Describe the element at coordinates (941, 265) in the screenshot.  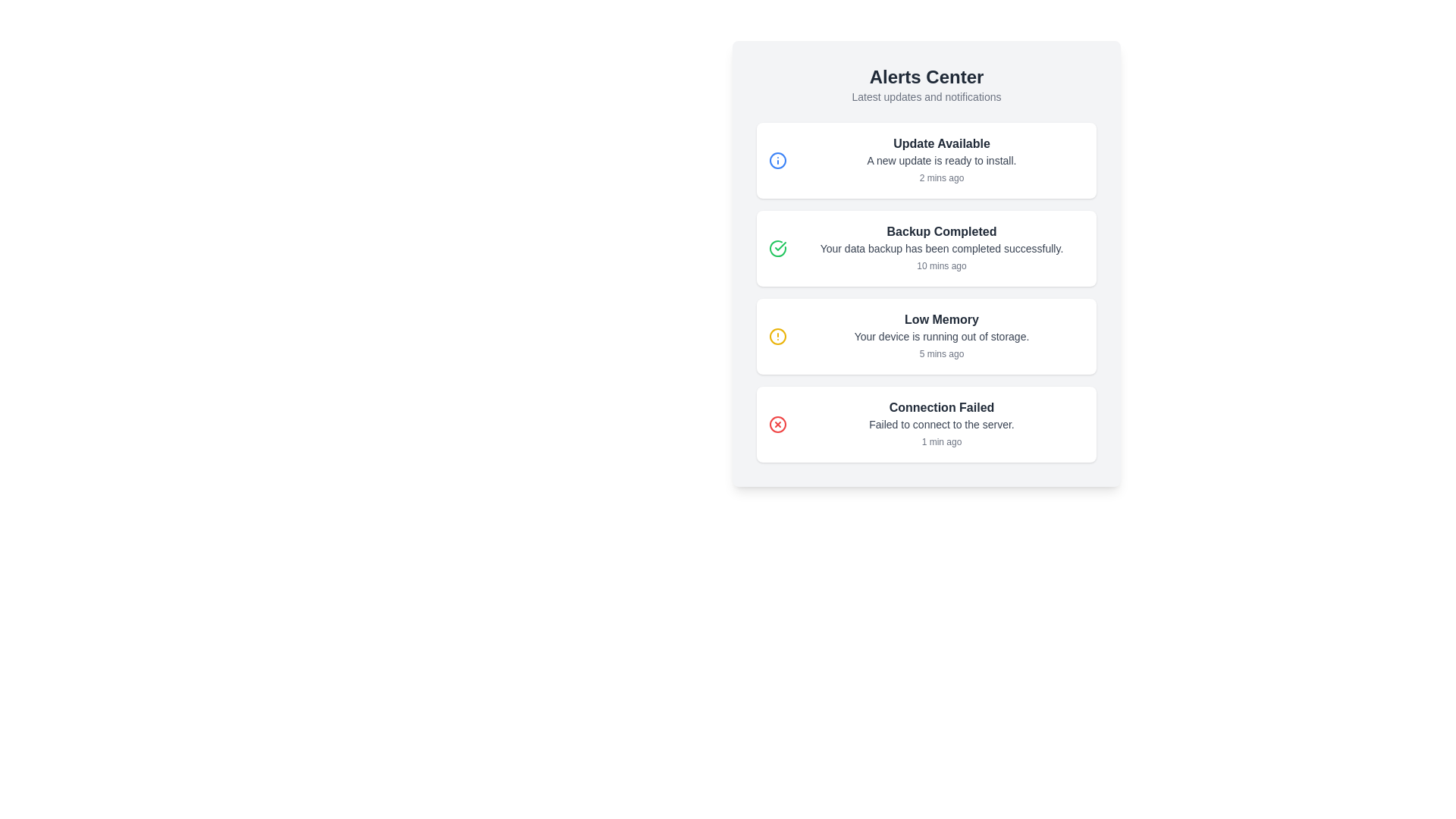
I see `textual indicator displaying '10 mins ago', which is styled in a small, light gray font and located at the bottom right of the 'Backup Completed' notification box` at that location.